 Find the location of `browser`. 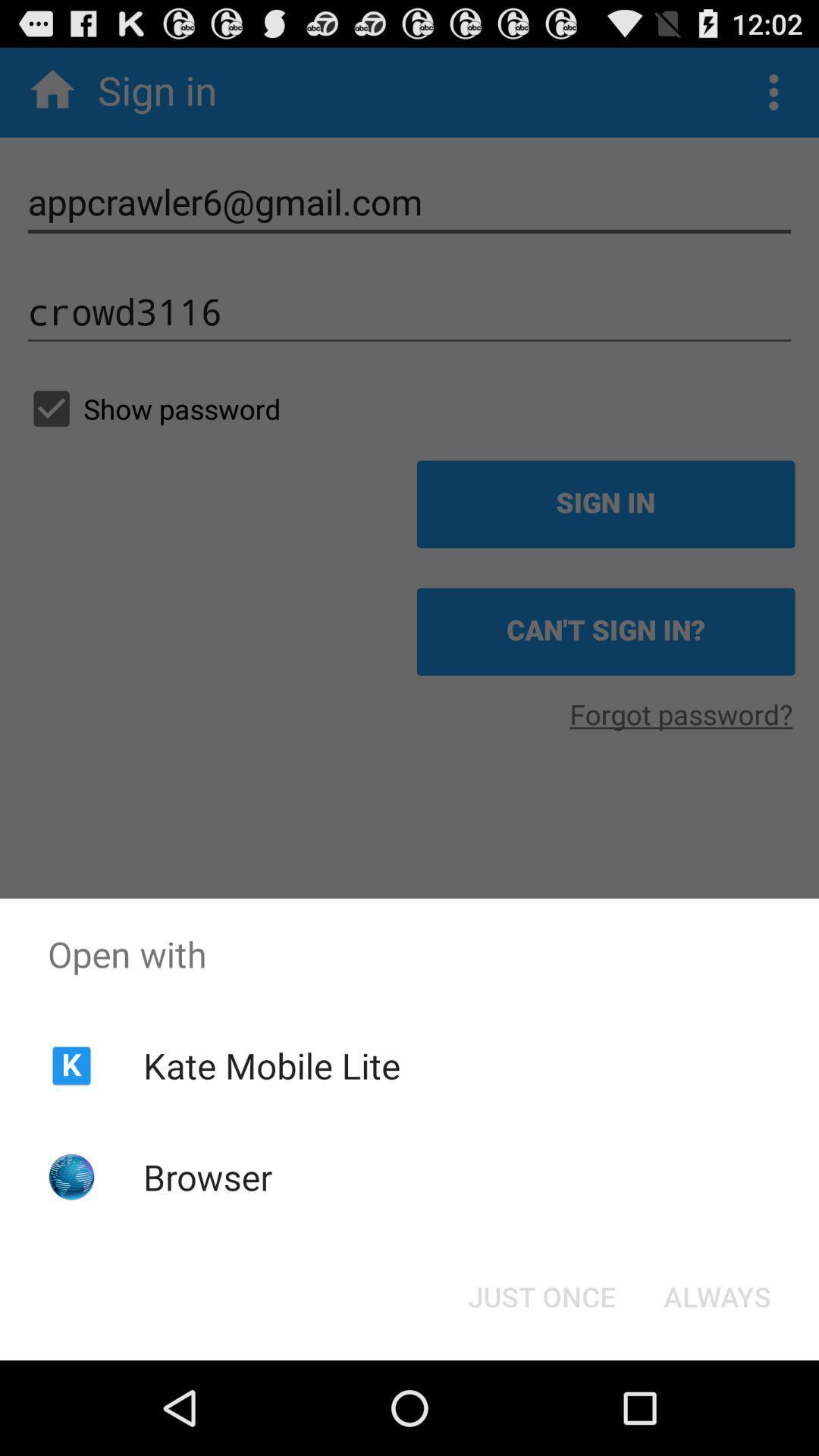

browser is located at coordinates (208, 1176).